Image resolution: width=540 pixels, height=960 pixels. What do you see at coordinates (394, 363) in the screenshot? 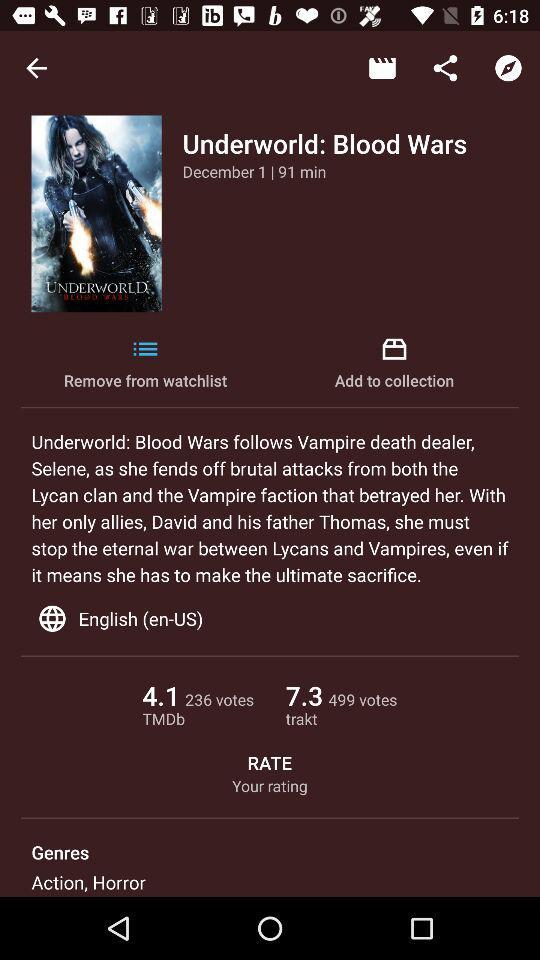
I see `the icon on the right` at bounding box center [394, 363].